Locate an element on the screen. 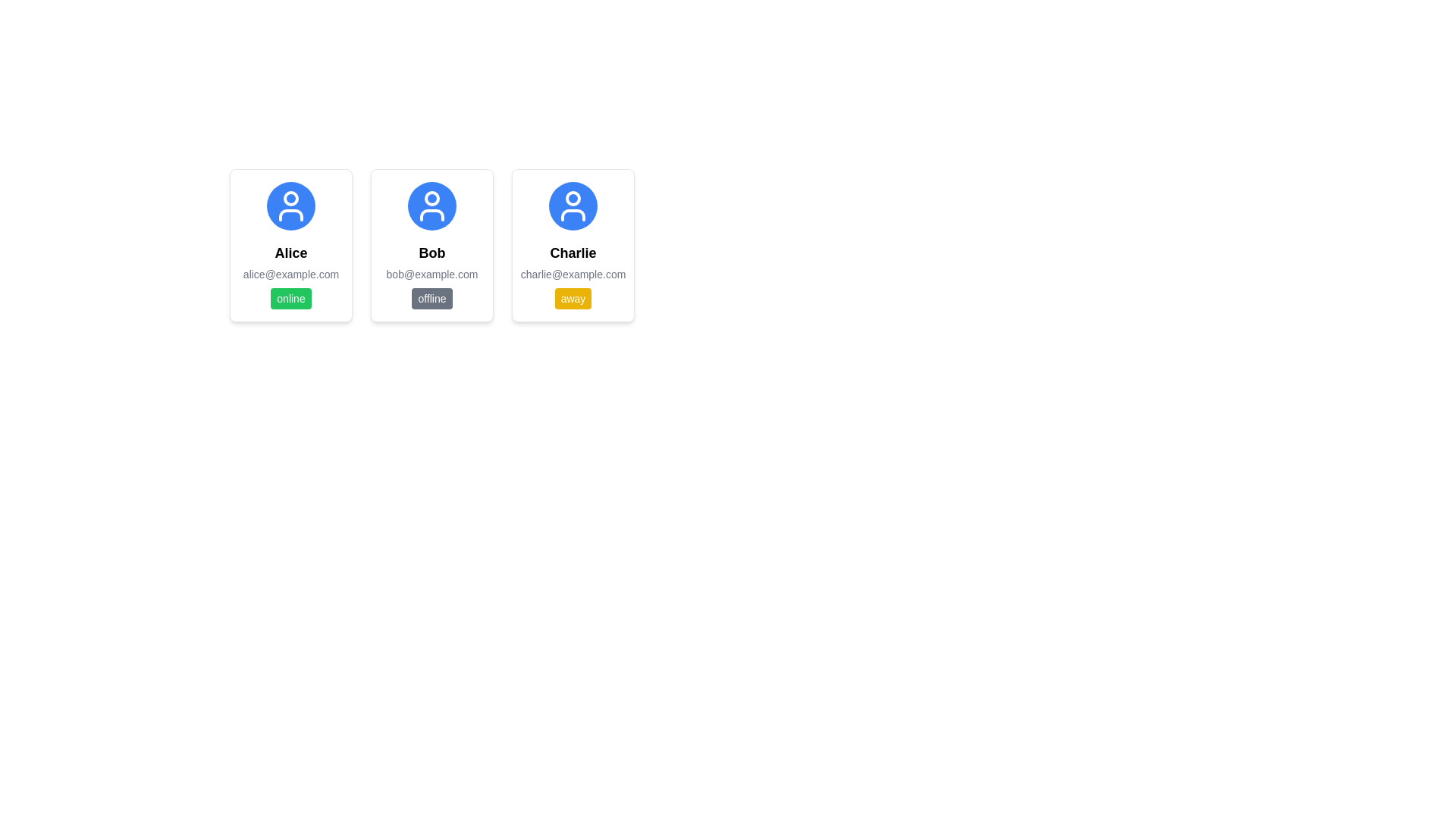 The image size is (1456, 819). the green rectangular button labeled 'online' located in the lower section of the user details card, positioned below the user's email address and above the card's edge is located at coordinates (291, 298).